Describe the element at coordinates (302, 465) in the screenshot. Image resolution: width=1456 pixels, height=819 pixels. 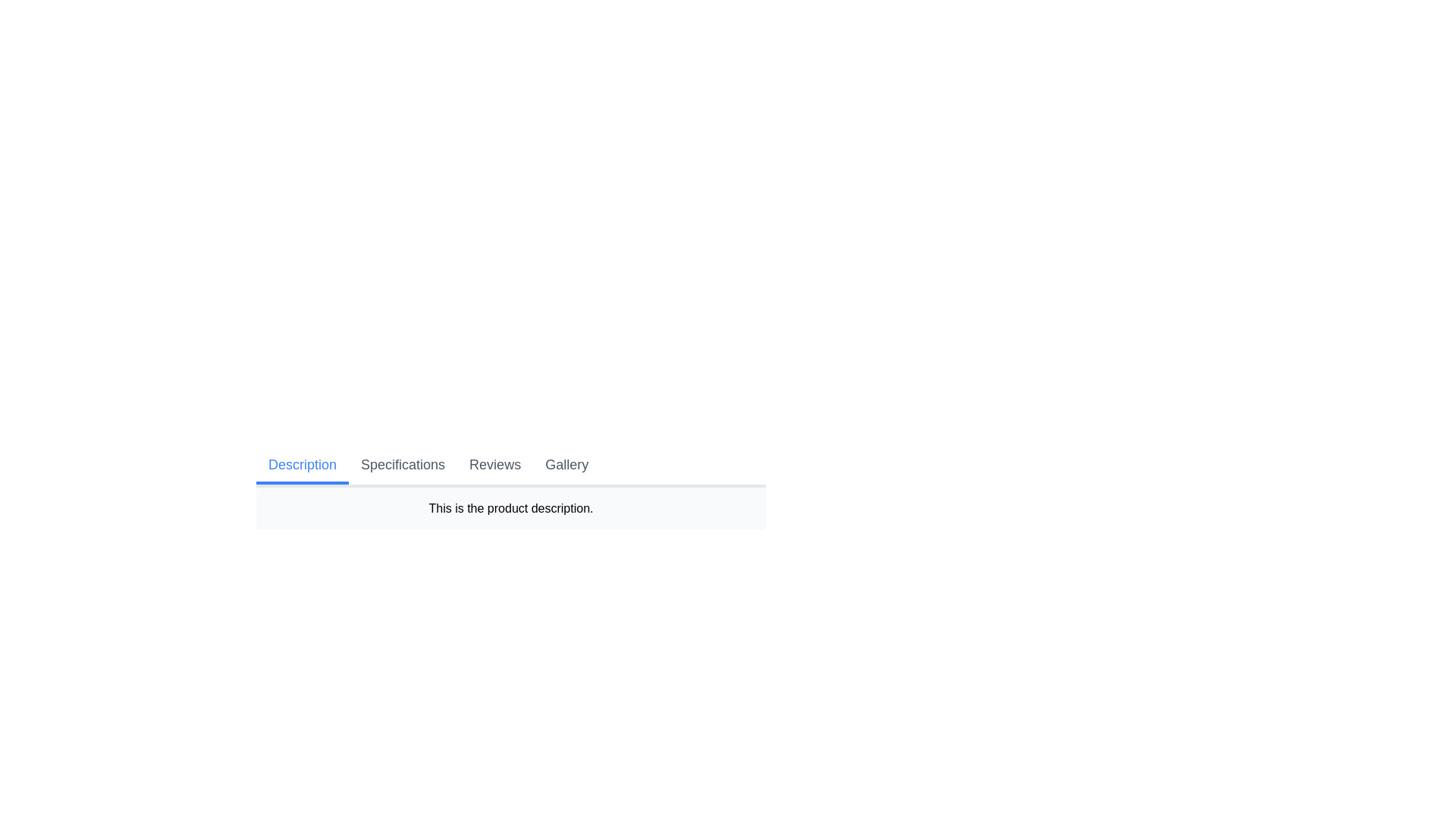
I see `the Description tab by clicking on its button` at that location.